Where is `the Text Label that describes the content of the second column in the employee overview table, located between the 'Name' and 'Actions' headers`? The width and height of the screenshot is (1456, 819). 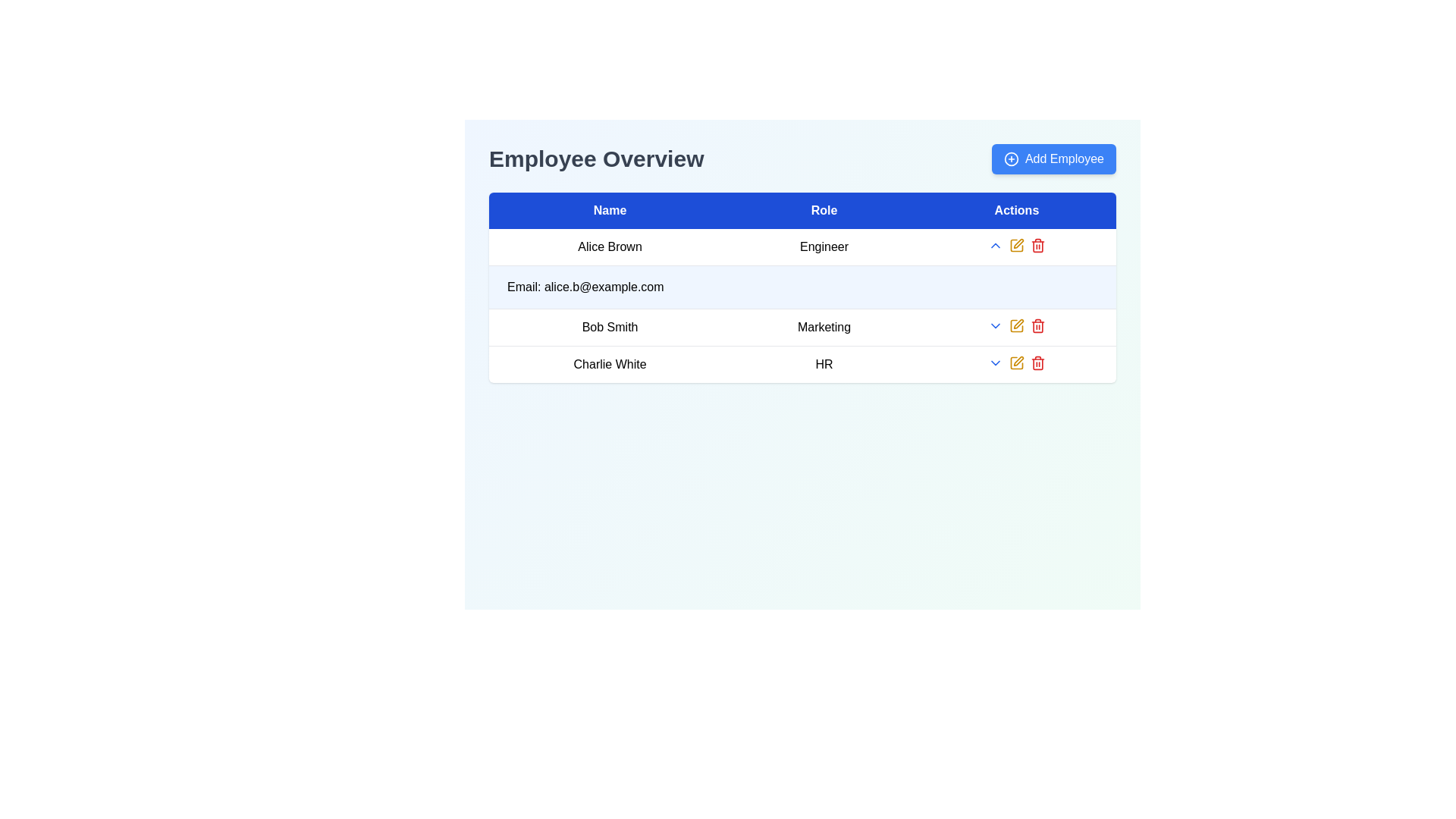 the Text Label that describes the content of the second column in the employee overview table, located between the 'Name' and 'Actions' headers is located at coordinates (824, 210).